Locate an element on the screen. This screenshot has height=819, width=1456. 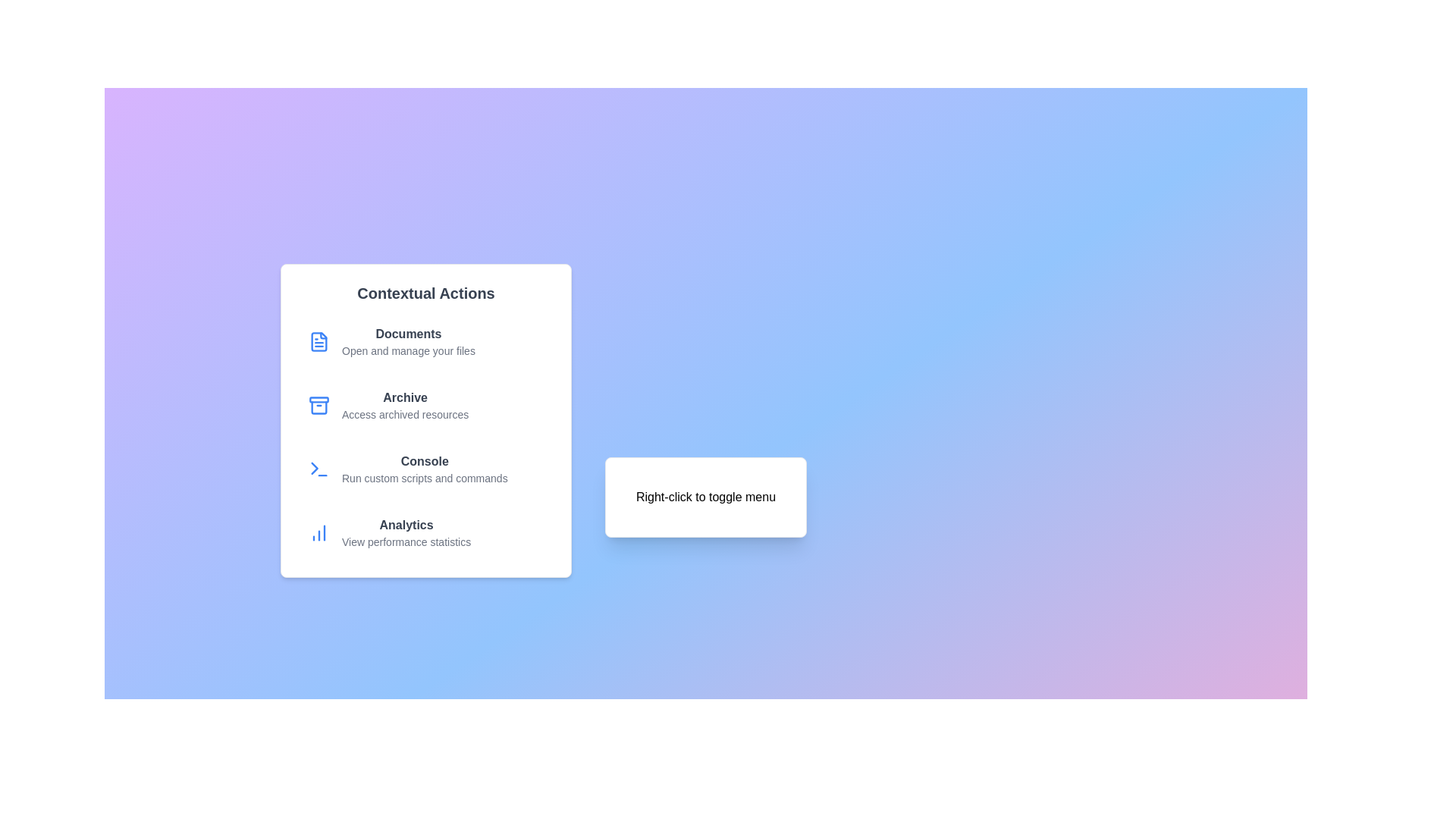
the menu option Archive to execute its action is located at coordinates (425, 405).